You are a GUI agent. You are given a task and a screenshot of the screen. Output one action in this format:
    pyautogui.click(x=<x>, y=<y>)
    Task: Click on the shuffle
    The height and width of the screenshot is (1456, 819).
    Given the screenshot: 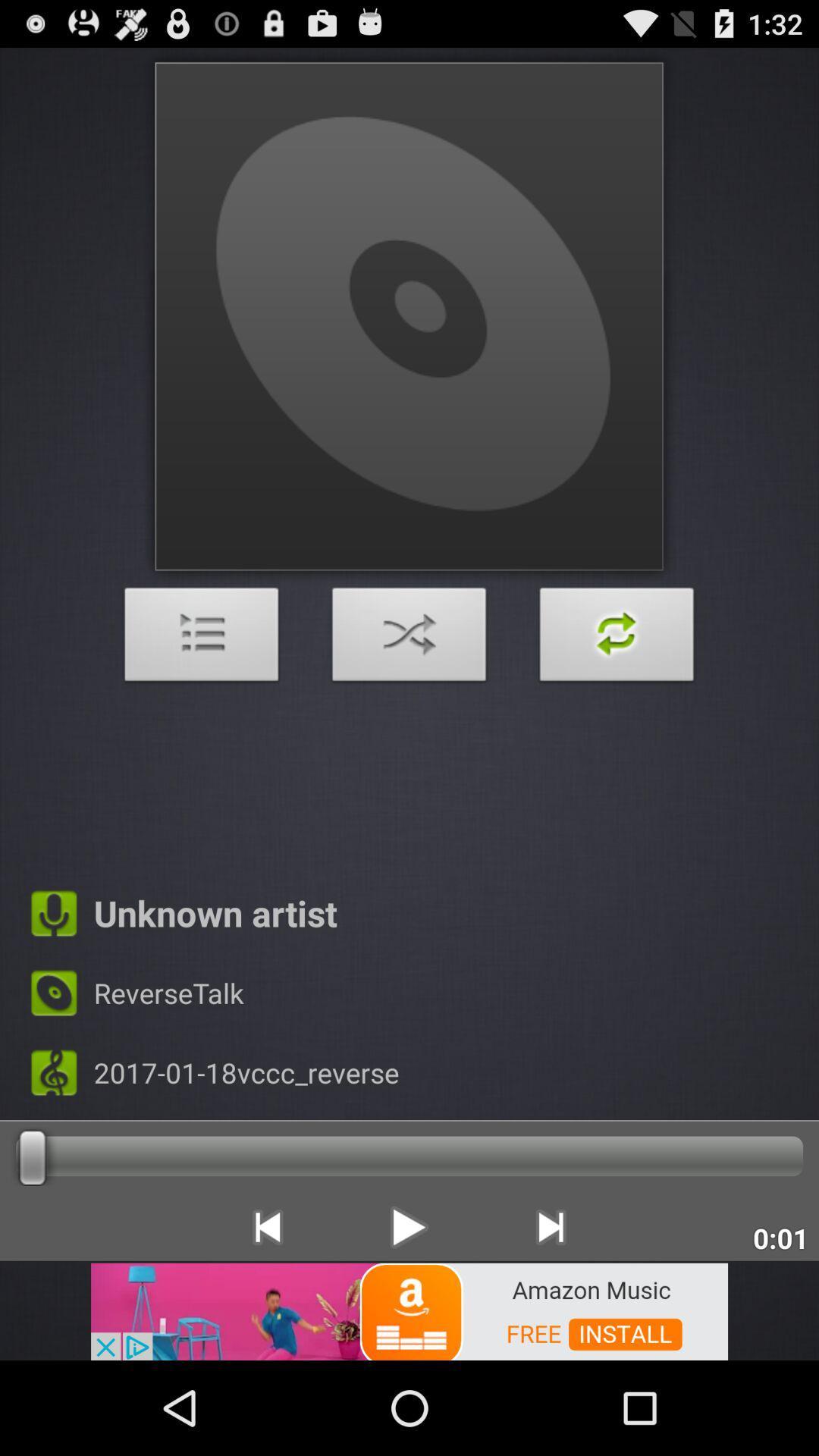 What is the action you would take?
    pyautogui.click(x=409, y=639)
    